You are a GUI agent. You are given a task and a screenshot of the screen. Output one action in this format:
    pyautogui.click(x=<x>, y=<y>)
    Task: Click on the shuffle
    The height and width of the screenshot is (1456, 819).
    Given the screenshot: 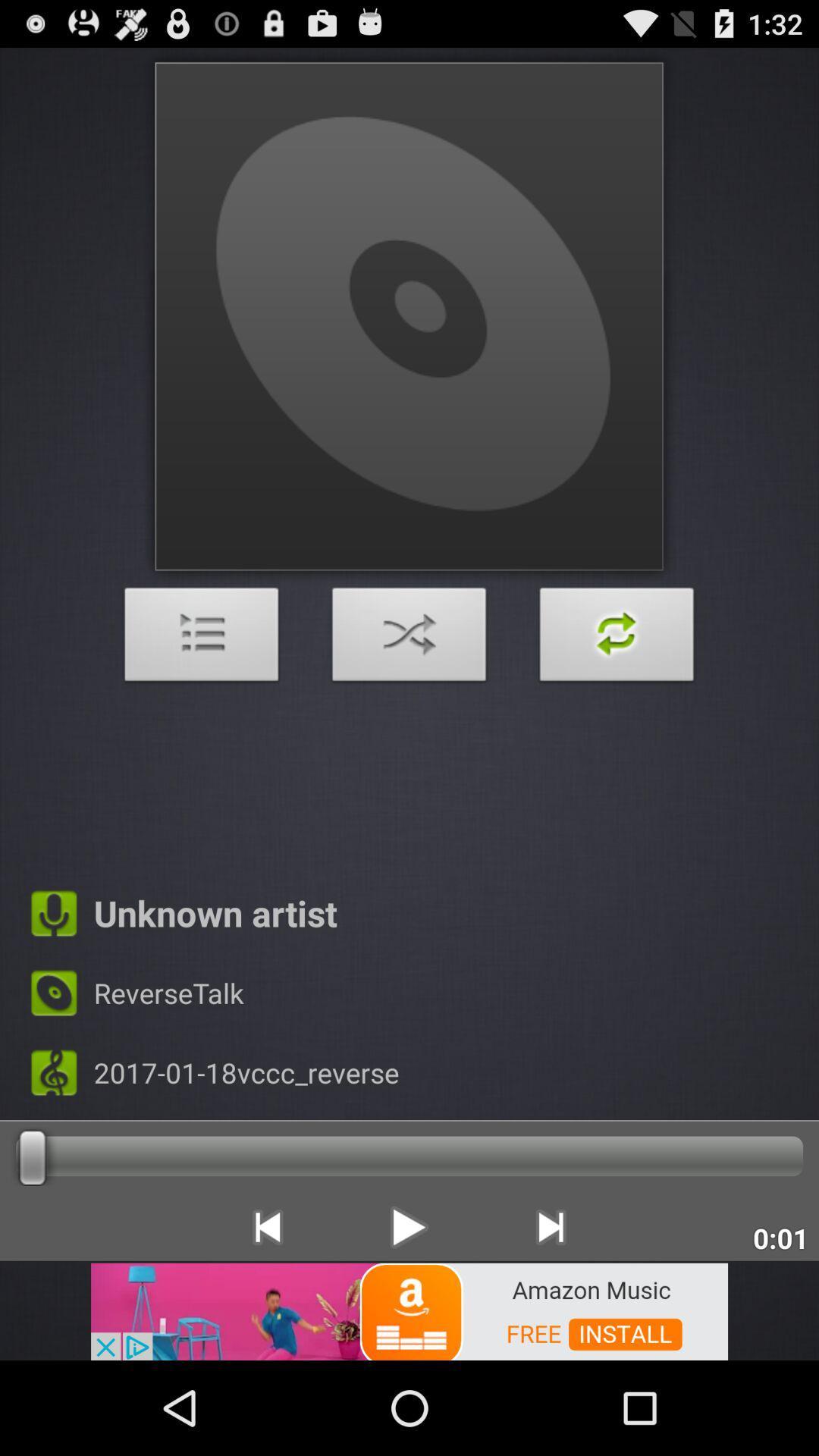 What is the action you would take?
    pyautogui.click(x=409, y=639)
    